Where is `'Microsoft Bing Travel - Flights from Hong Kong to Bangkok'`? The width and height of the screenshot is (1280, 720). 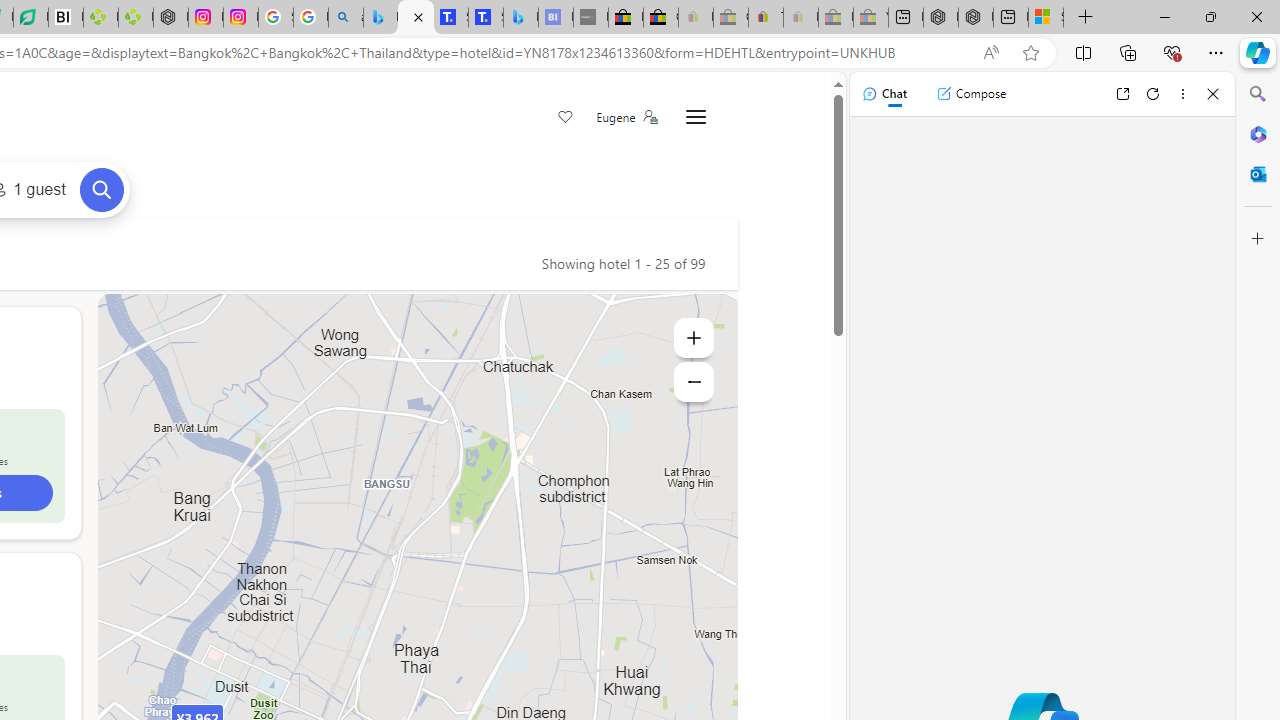 'Microsoft Bing Travel - Flights from Hong Kong to Bangkok' is located at coordinates (380, 17).